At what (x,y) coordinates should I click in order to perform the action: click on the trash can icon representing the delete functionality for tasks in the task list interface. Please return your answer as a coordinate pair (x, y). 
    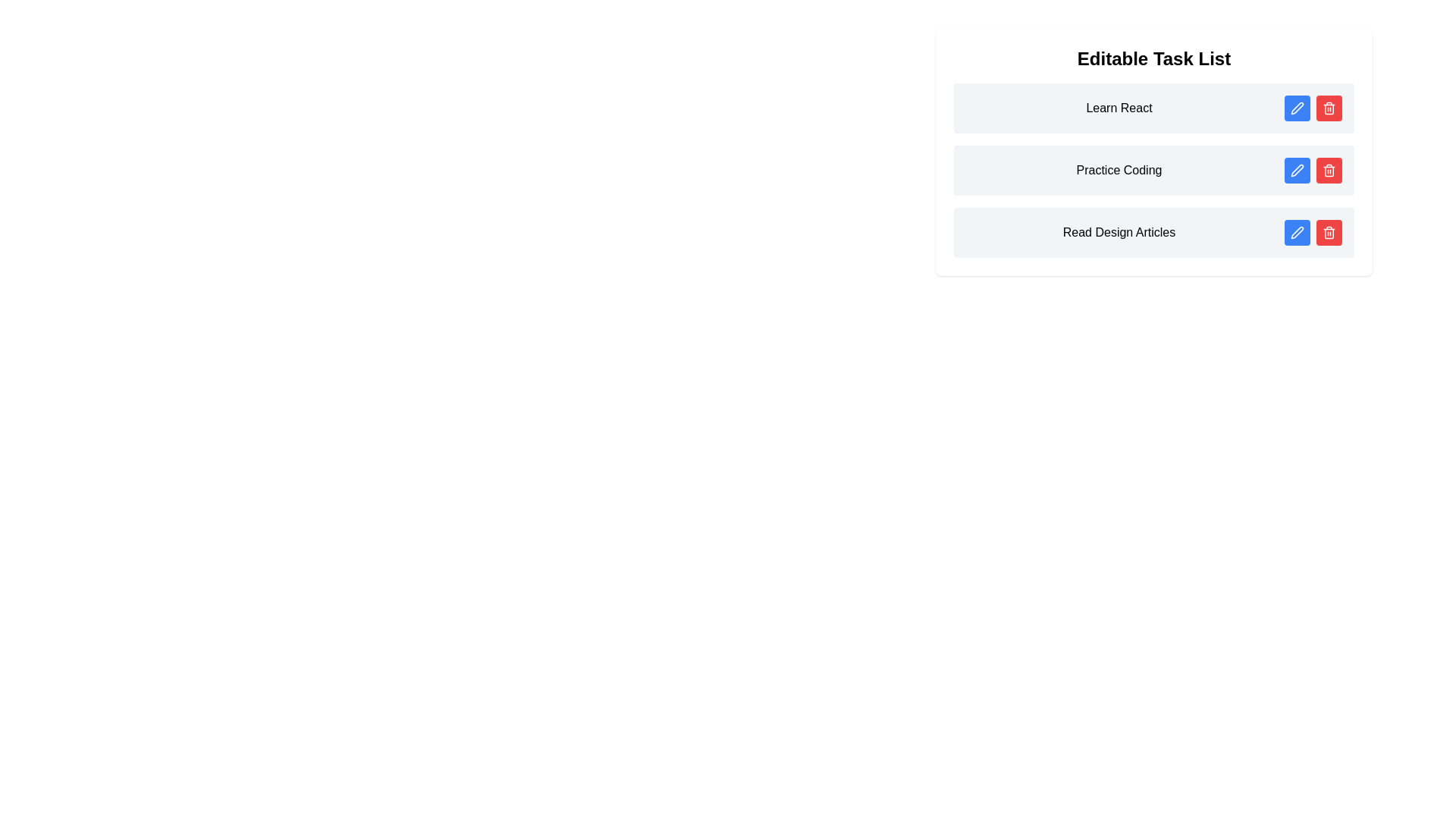
    Looking at the image, I should click on (1328, 171).